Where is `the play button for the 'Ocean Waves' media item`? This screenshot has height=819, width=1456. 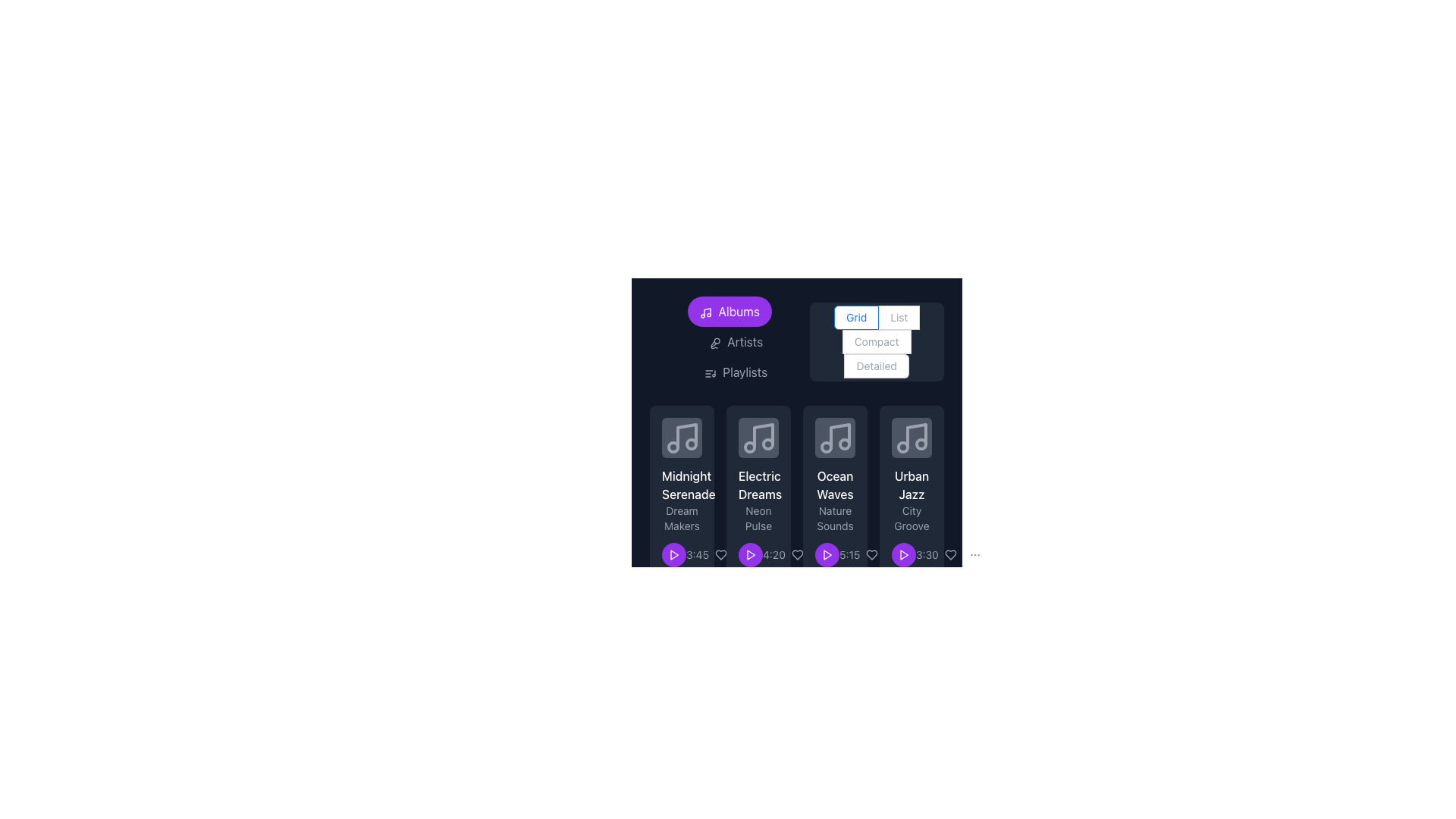 the play button for the 'Ocean Waves' media item is located at coordinates (826, 555).